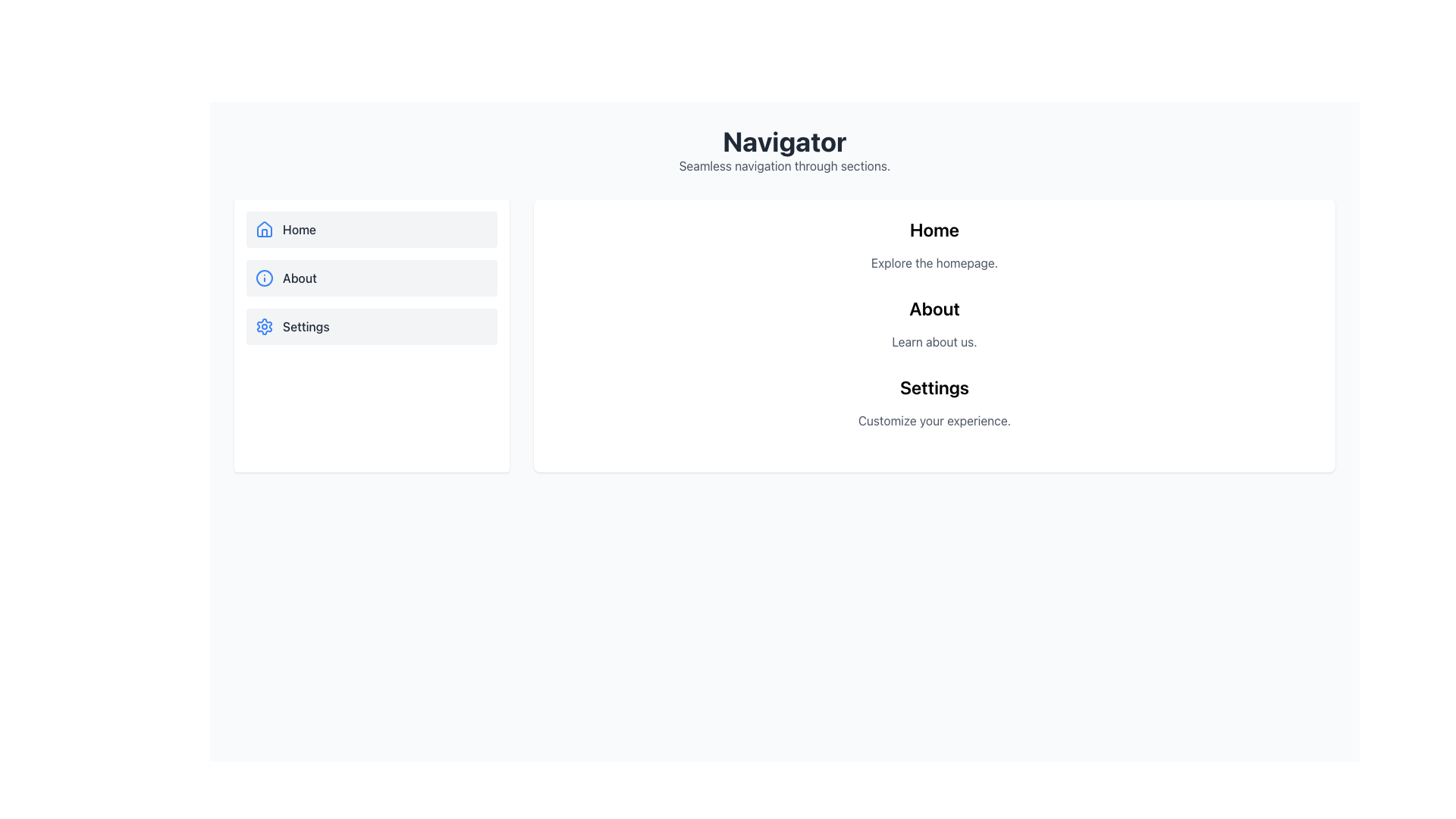  I want to click on the 'Home' button located in the left side panel, so click(372, 230).